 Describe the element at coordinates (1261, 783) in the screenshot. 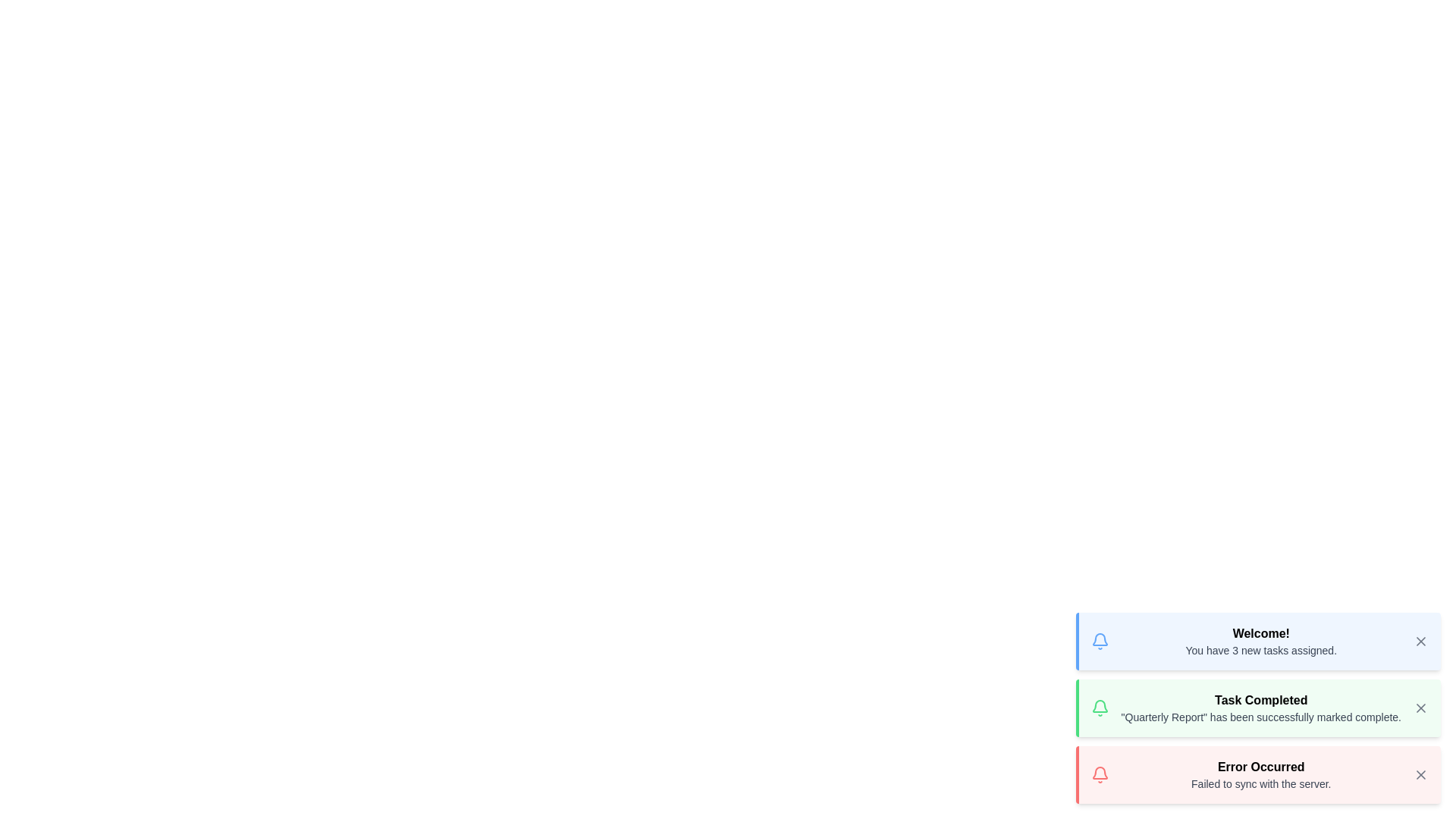

I see `the muted gray text that reads 'Failed to sync with the server.' which is positioned below the bold header 'Error Occurred' in the notification panel` at that location.